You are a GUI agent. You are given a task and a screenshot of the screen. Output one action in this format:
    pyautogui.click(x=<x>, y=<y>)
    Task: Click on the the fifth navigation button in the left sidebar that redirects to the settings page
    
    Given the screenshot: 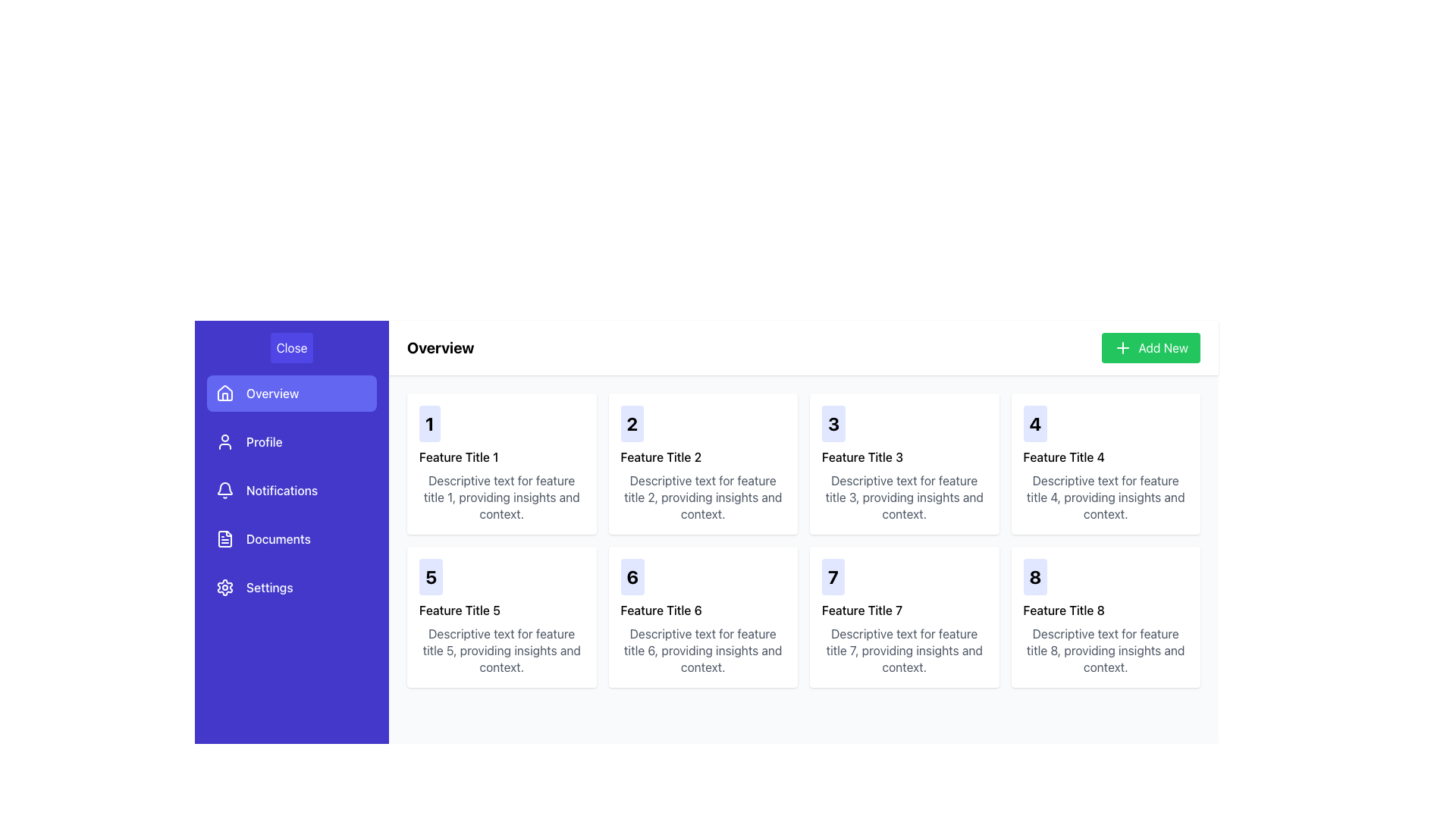 What is the action you would take?
    pyautogui.click(x=291, y=587)
    